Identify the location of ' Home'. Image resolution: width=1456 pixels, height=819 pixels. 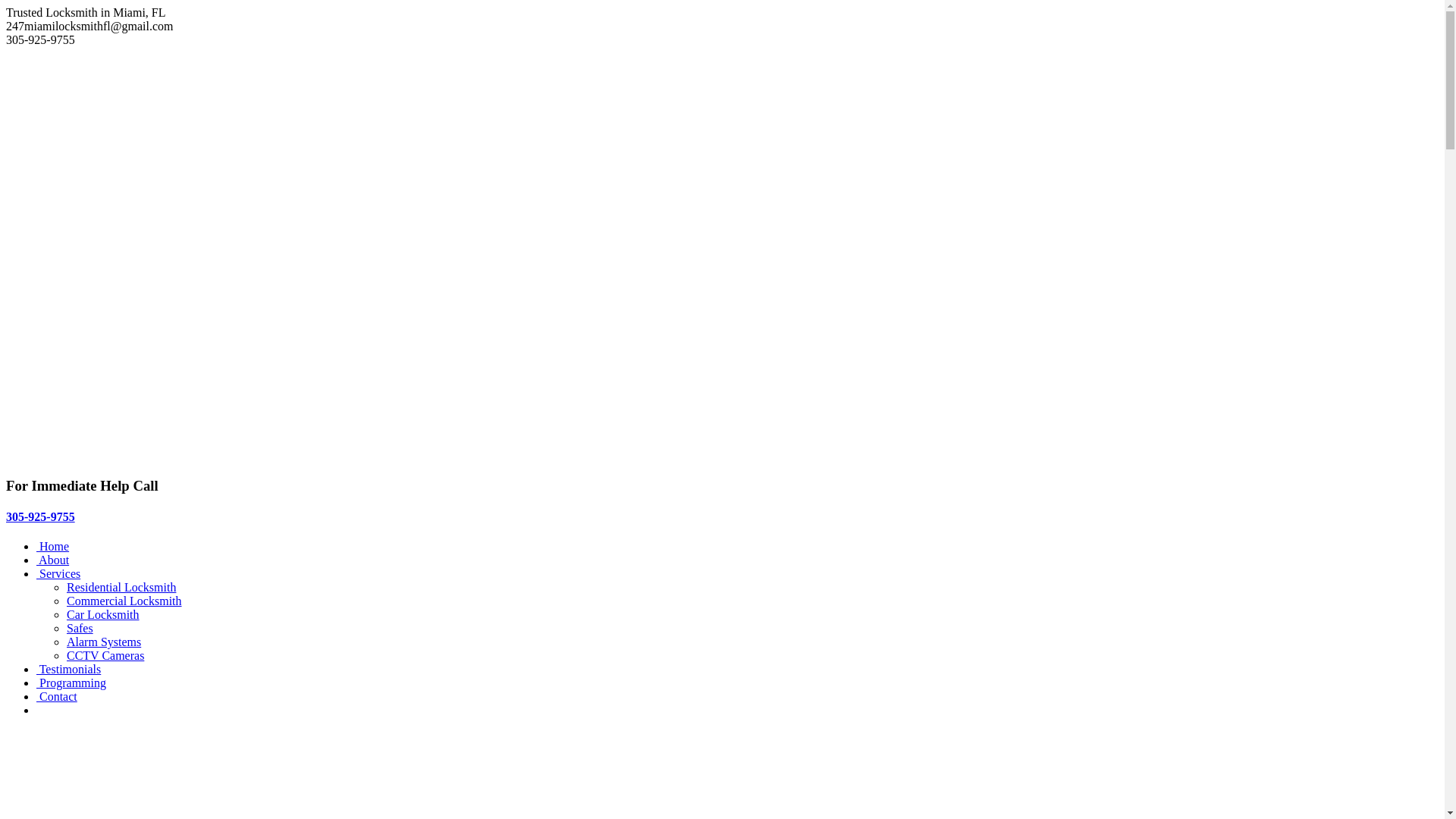
(52, 546).